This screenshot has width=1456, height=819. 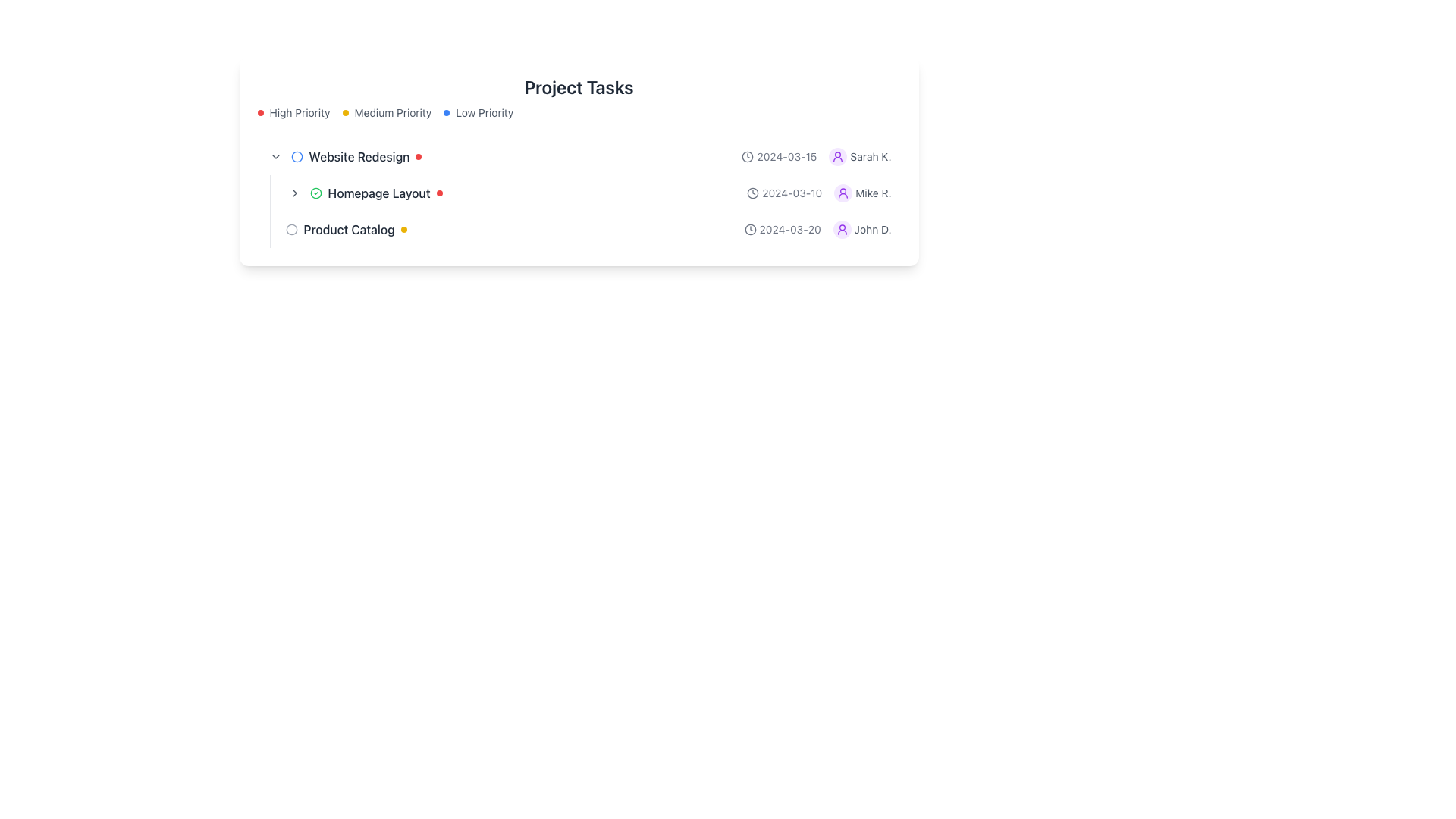 I want to click on name 'Sarah K.' displayed in a small, gray-colored font adjacent to the purple user icon in the third row of the list structure, so click(x=871, y=157).